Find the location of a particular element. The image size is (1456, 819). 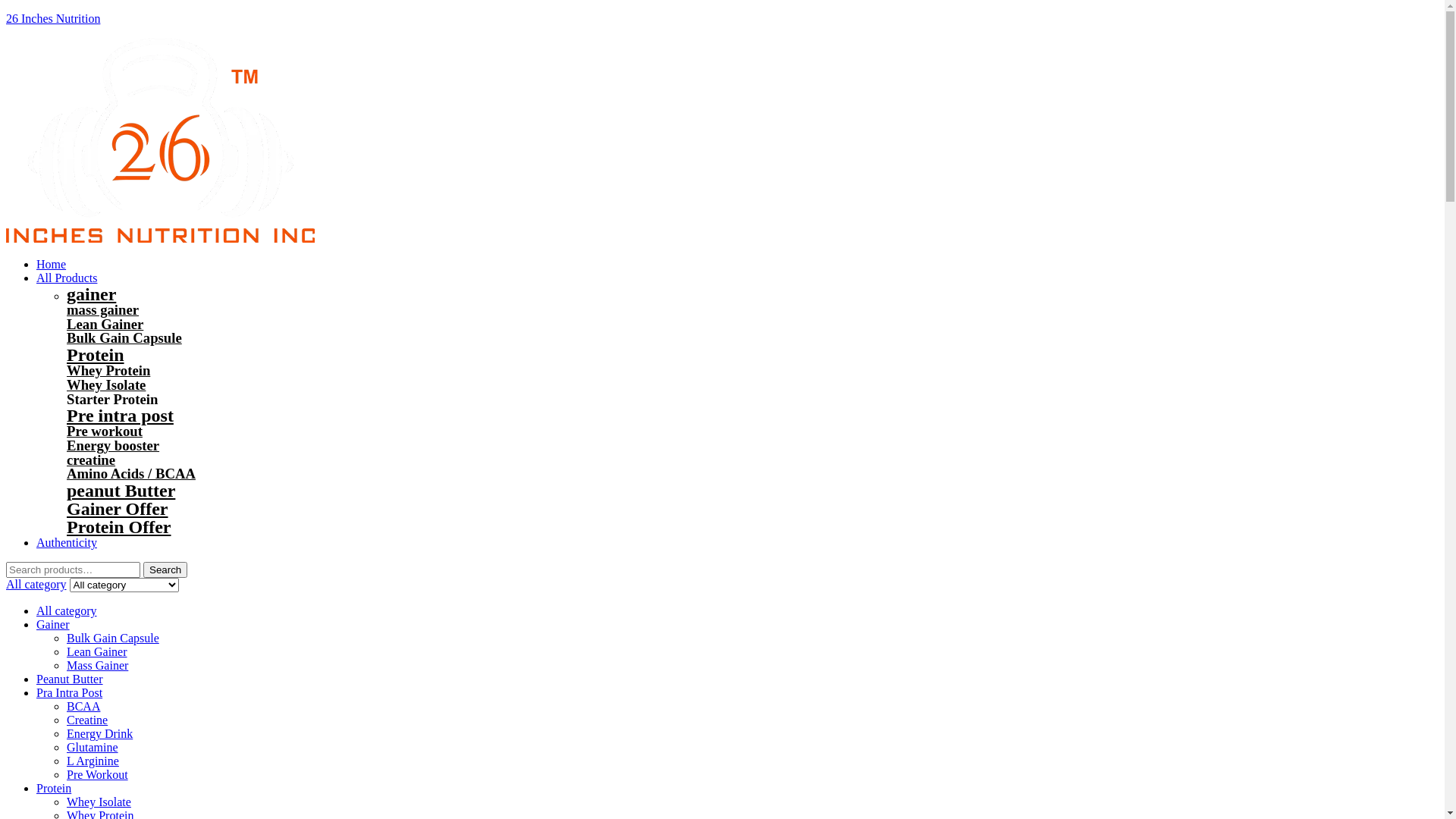

'Search' is located at coordinates (165, 570).